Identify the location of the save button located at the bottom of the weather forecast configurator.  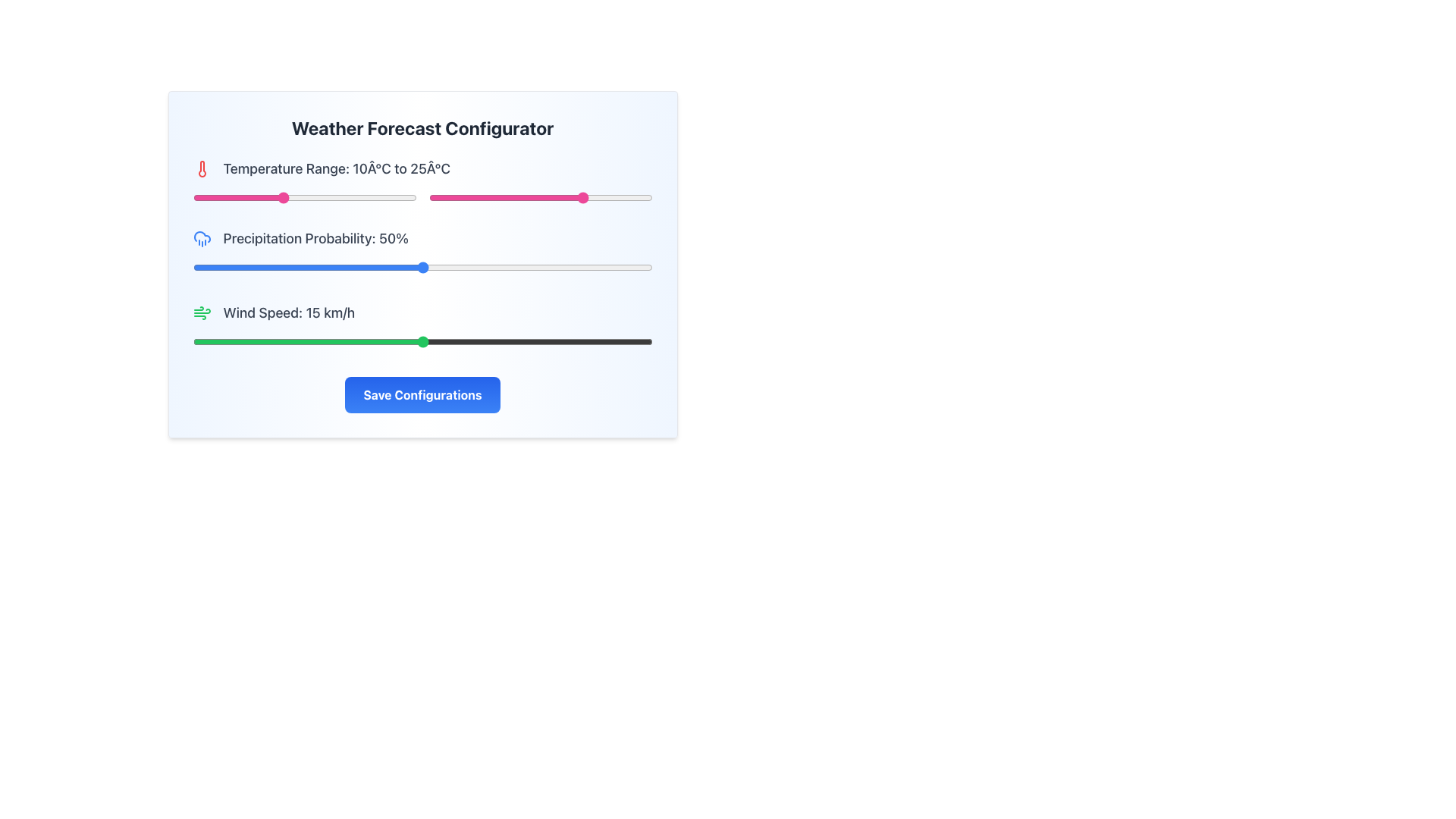
(422, 394).